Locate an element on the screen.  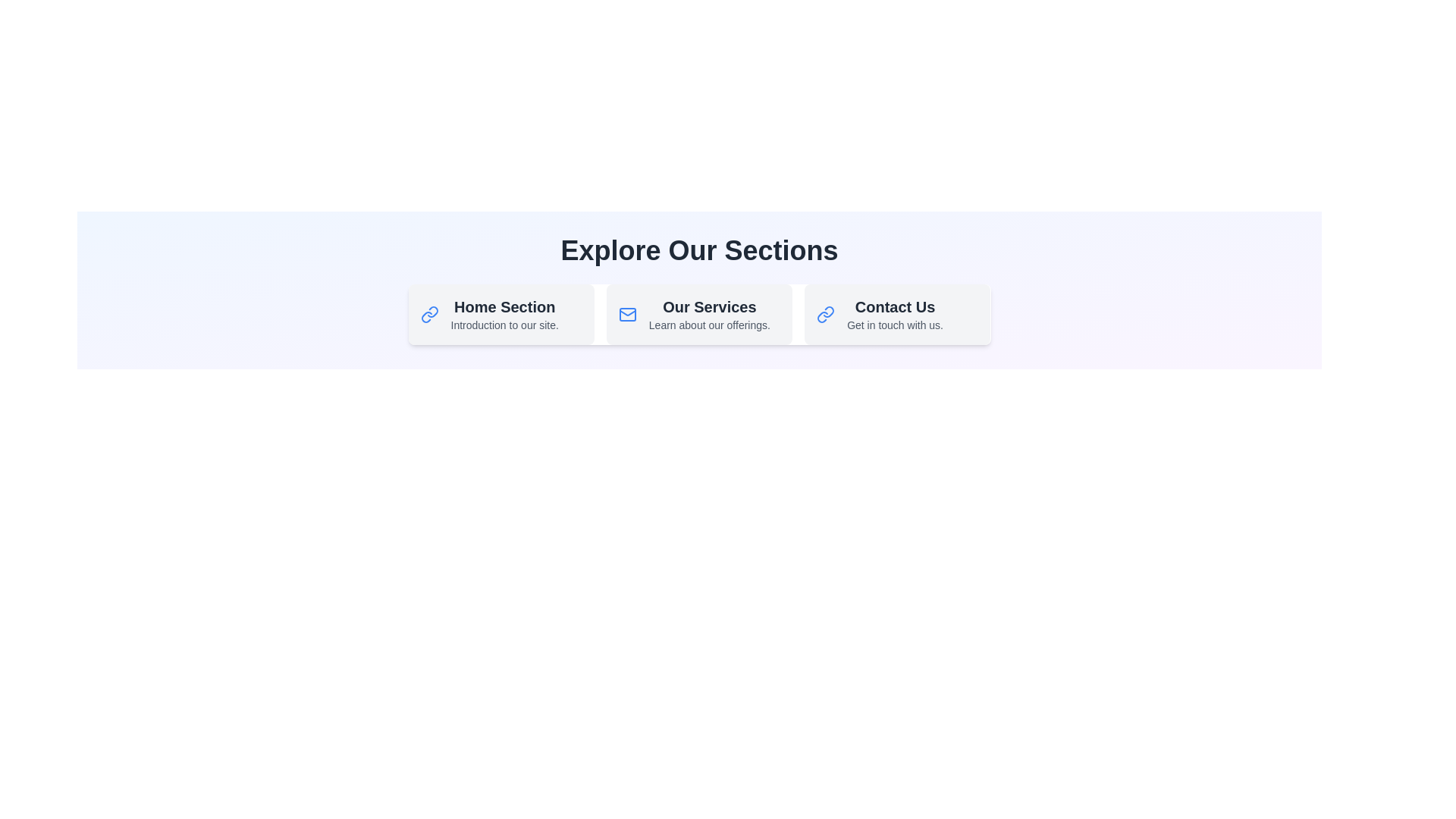
the icon representing a link or connection located to the left of the 'Contact Us' title in the 'Contact Us' card is located at coordinates (825, 314).